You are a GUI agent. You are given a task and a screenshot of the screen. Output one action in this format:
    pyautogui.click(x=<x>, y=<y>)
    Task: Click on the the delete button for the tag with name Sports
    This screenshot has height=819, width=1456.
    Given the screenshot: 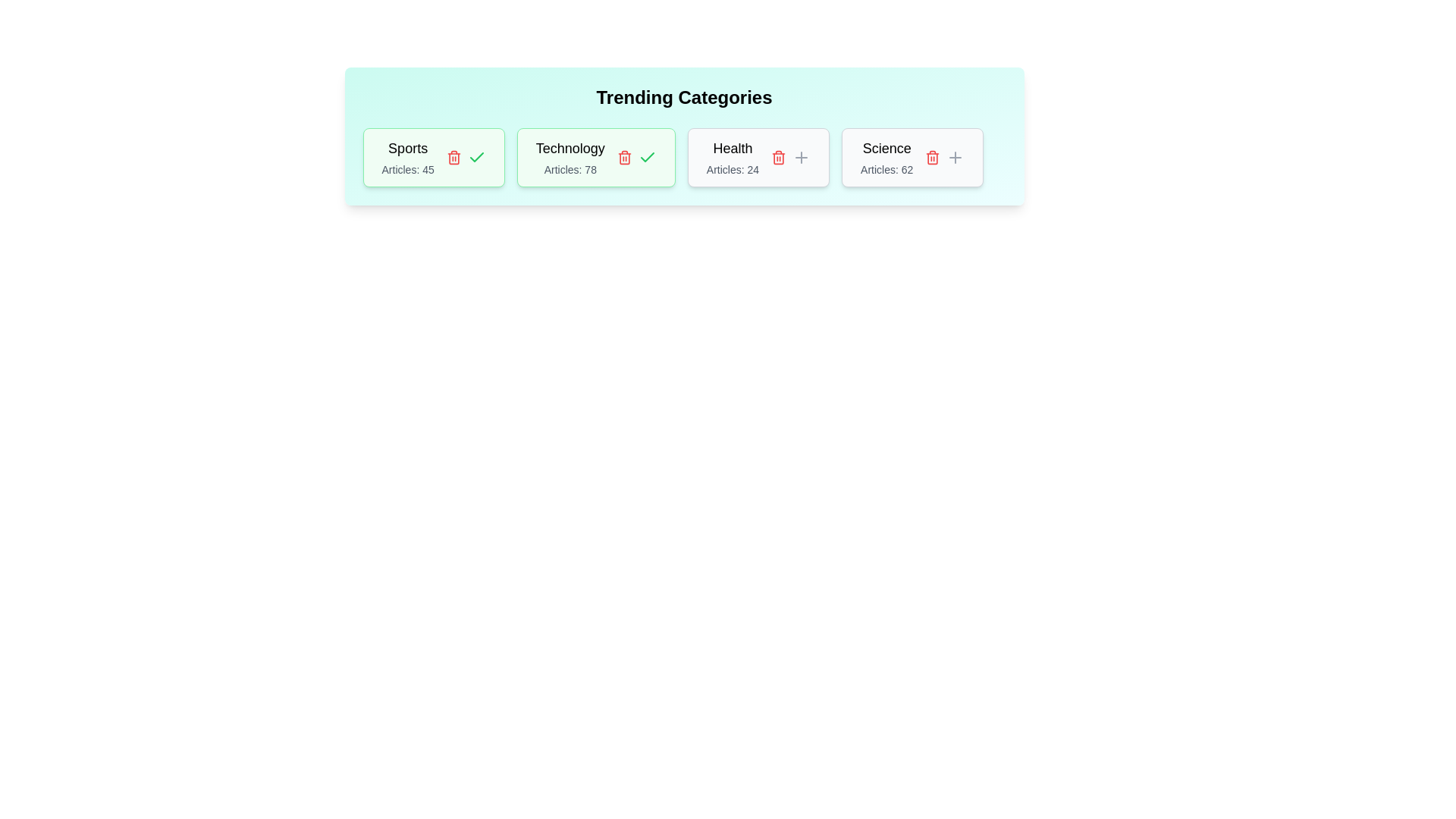 What is the action you would take?
    pyautogui.click(x=453, y=158)
    